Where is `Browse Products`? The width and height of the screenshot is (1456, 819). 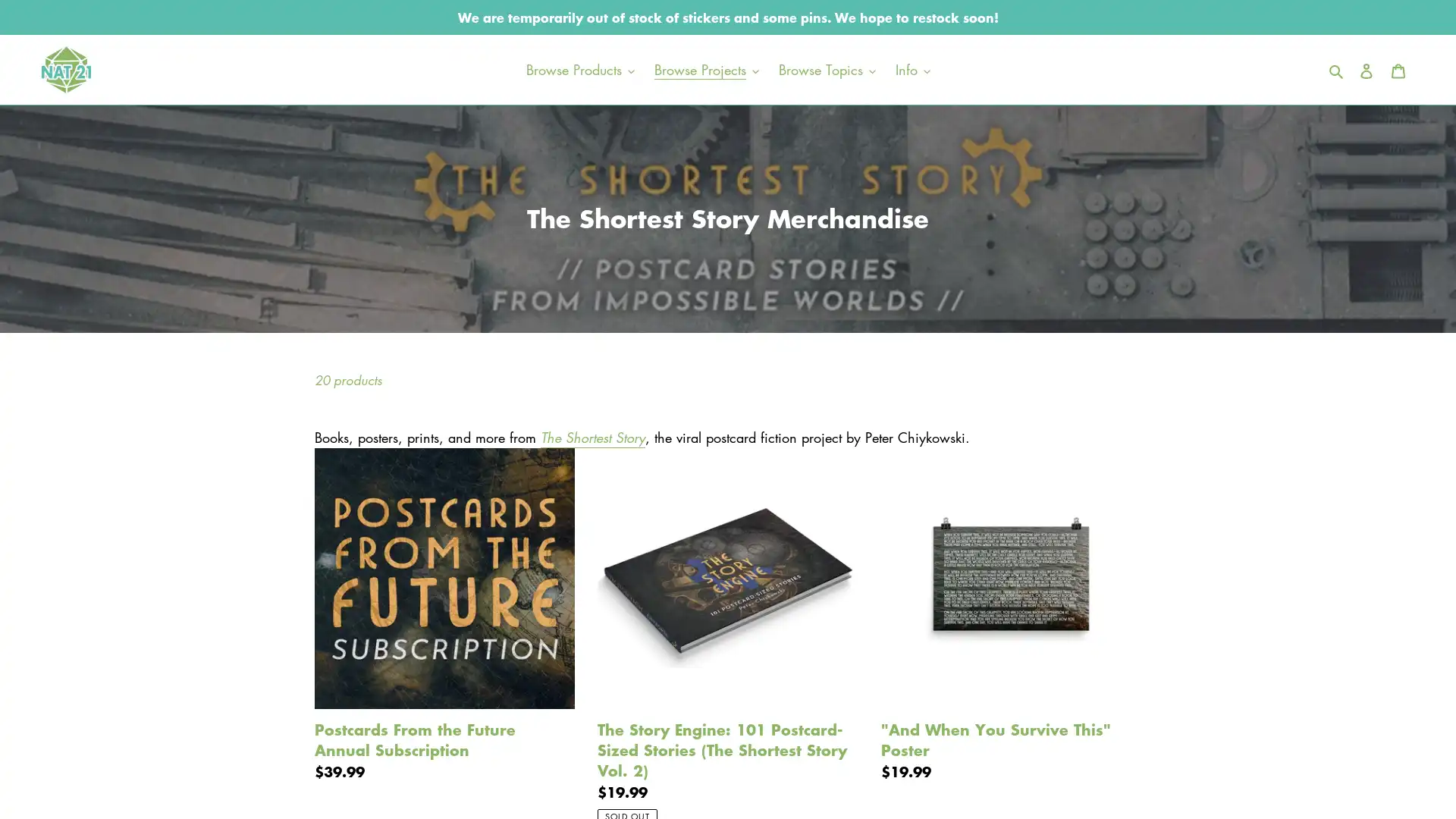
Browse Products is located at coordinates (579, 69).